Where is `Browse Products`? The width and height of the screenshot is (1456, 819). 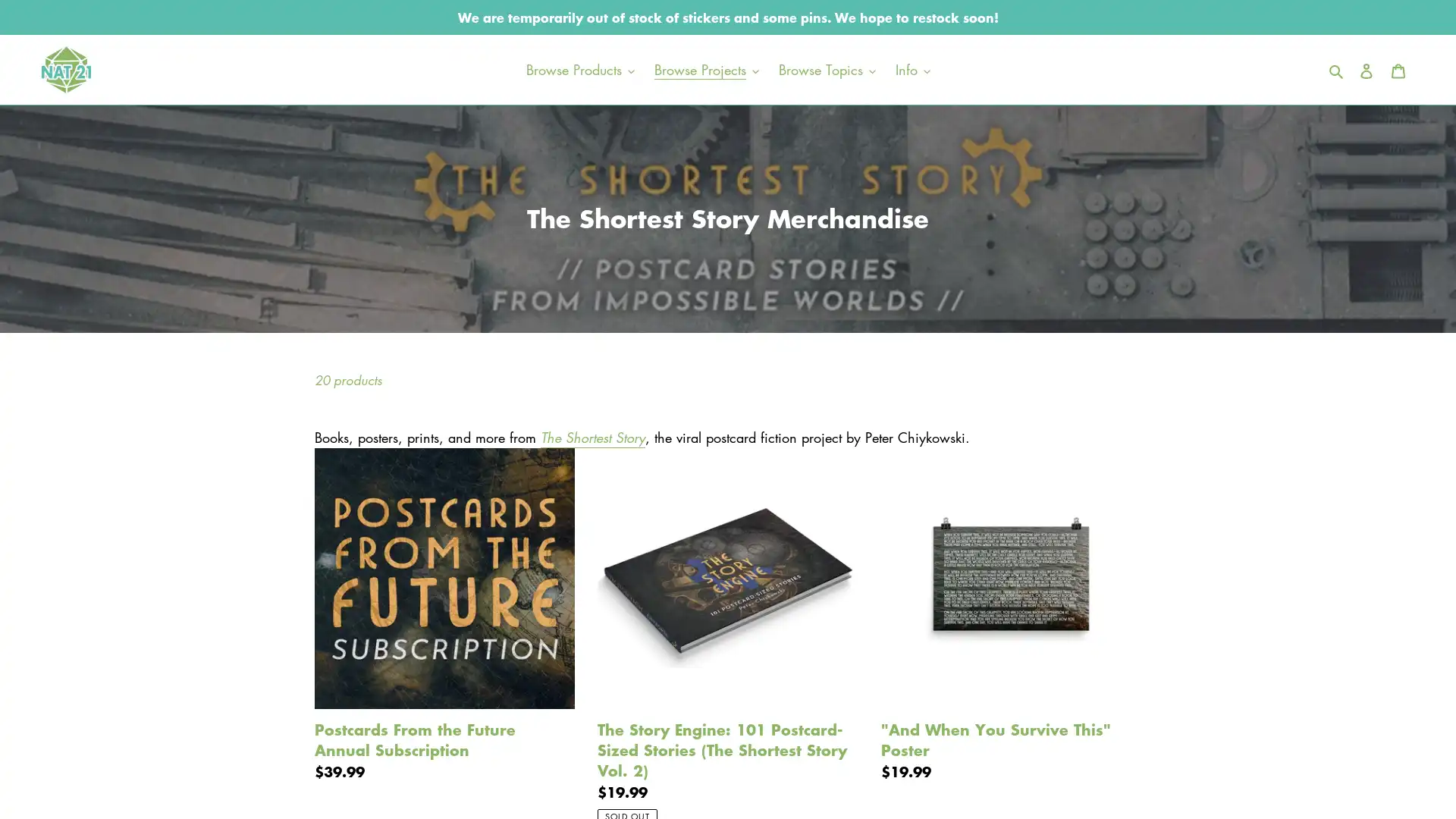
Browse Products is located at coordinates (579, 69).